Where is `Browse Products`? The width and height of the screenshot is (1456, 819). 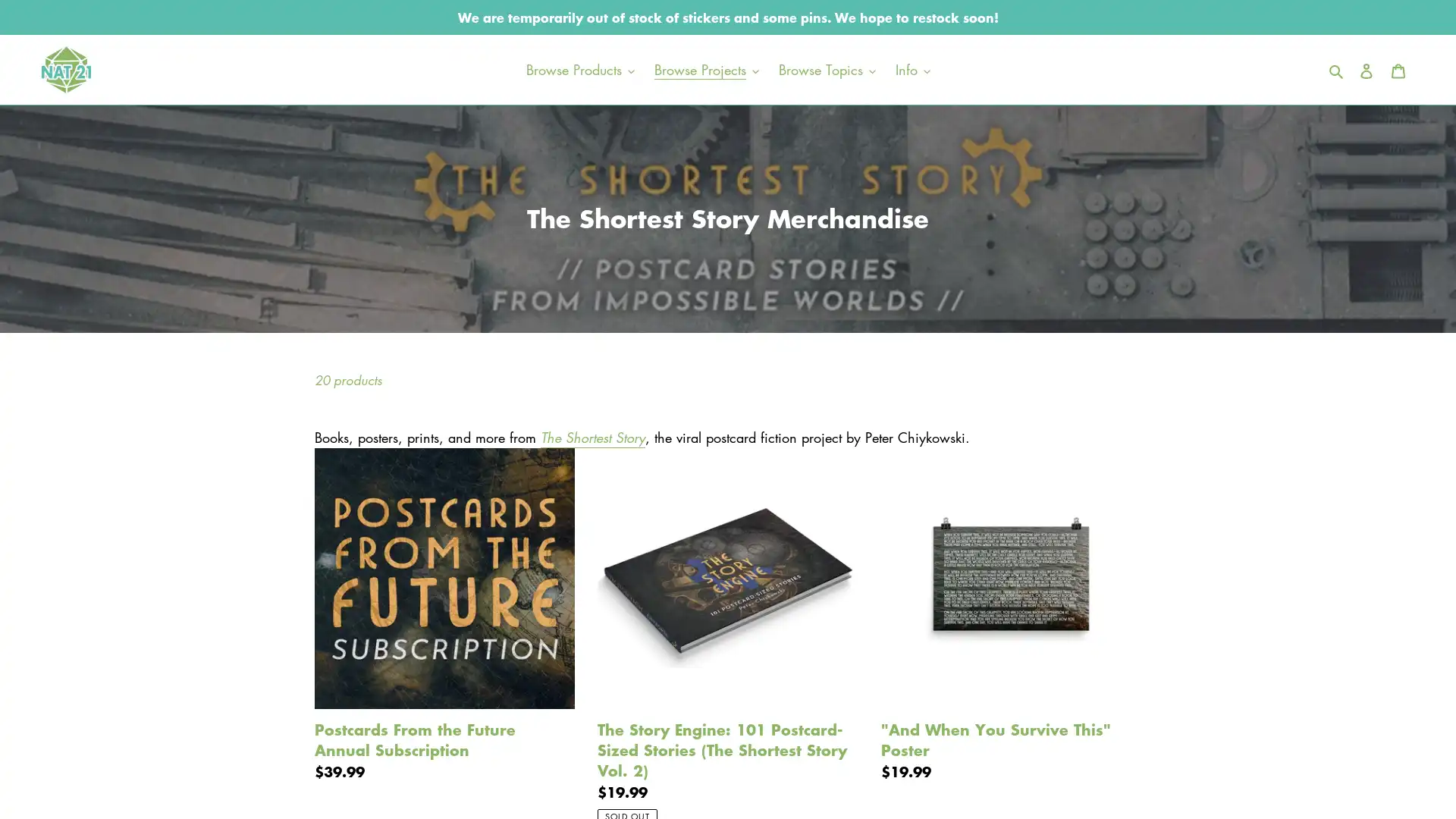
Browse Products is located at coordinates (579, 69).